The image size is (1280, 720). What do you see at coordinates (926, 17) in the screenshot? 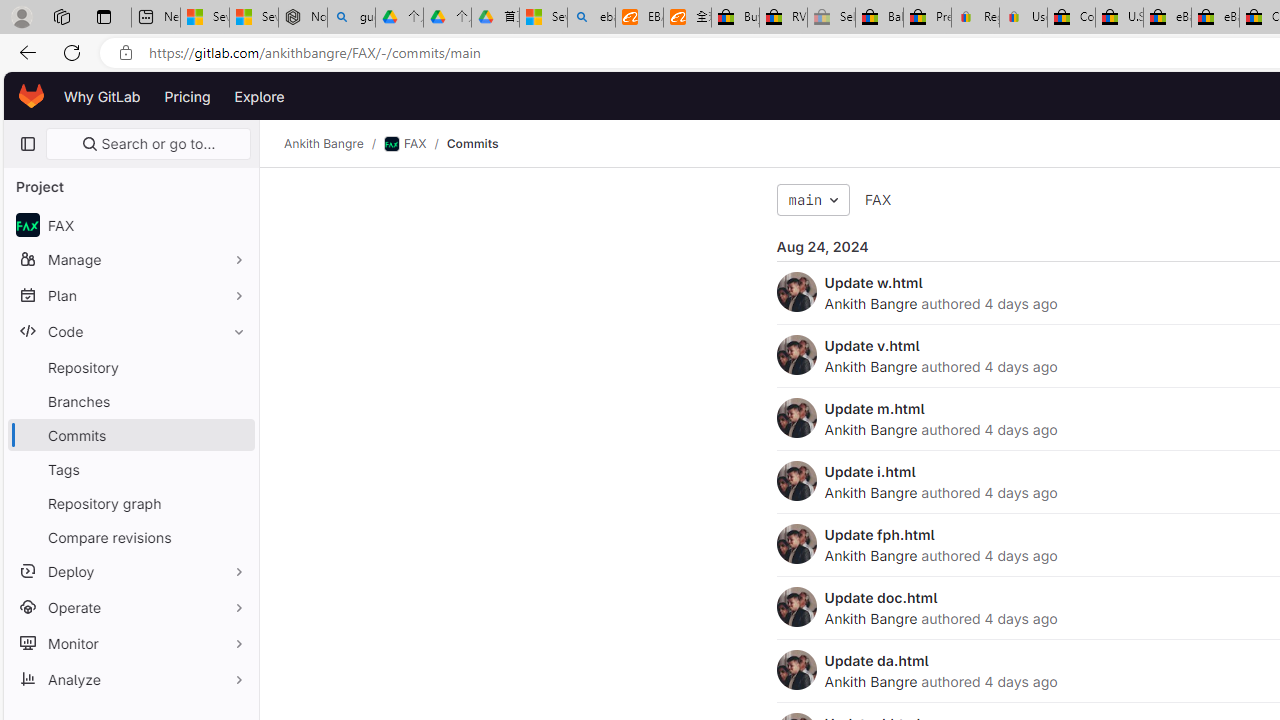
I see `'Press Room - eBay Inc.'` at bounding box center [926, 17].